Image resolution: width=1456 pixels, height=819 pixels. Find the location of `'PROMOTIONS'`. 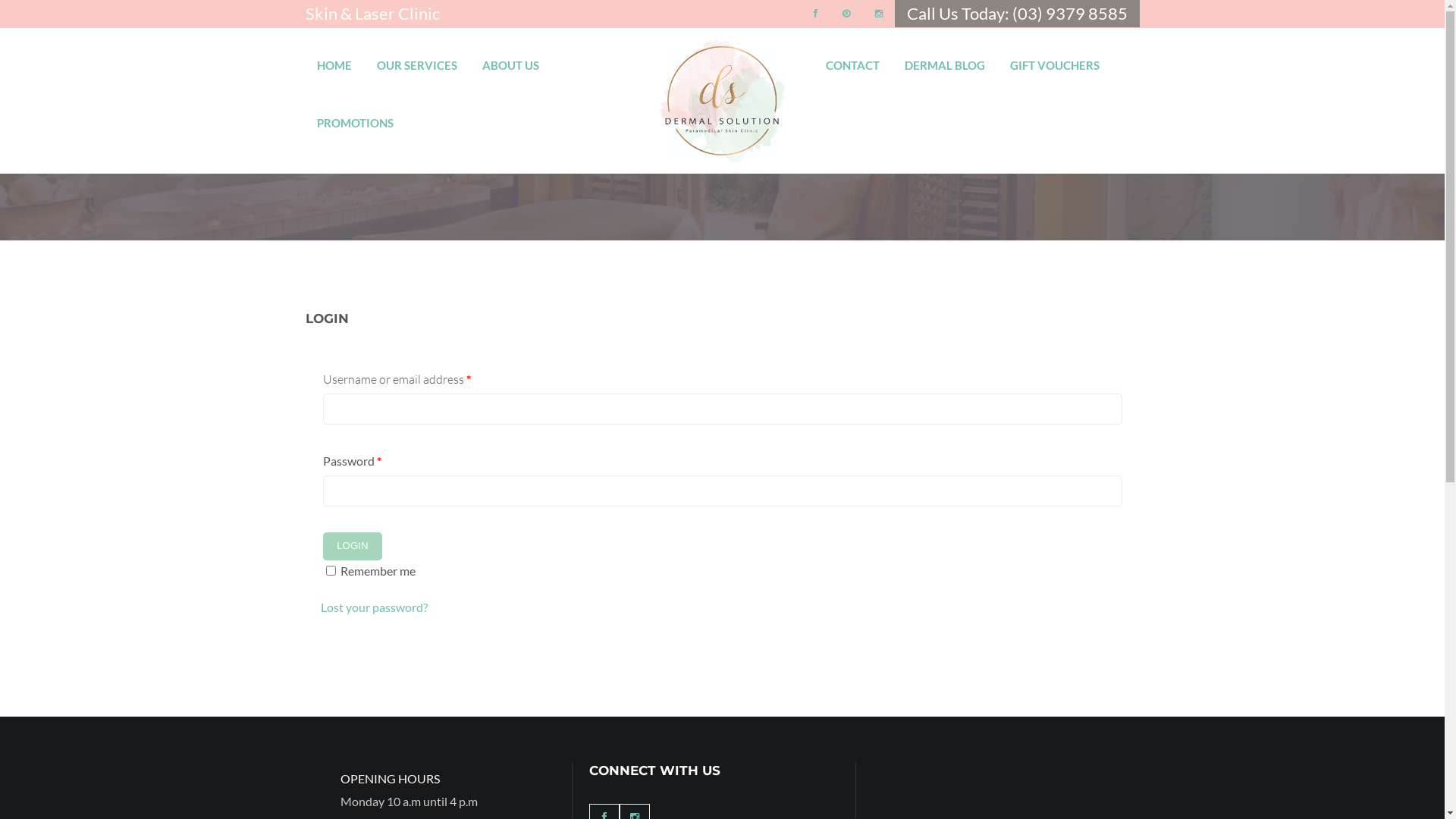

'PROMOTIONS' is located at coordinates (354, 115).